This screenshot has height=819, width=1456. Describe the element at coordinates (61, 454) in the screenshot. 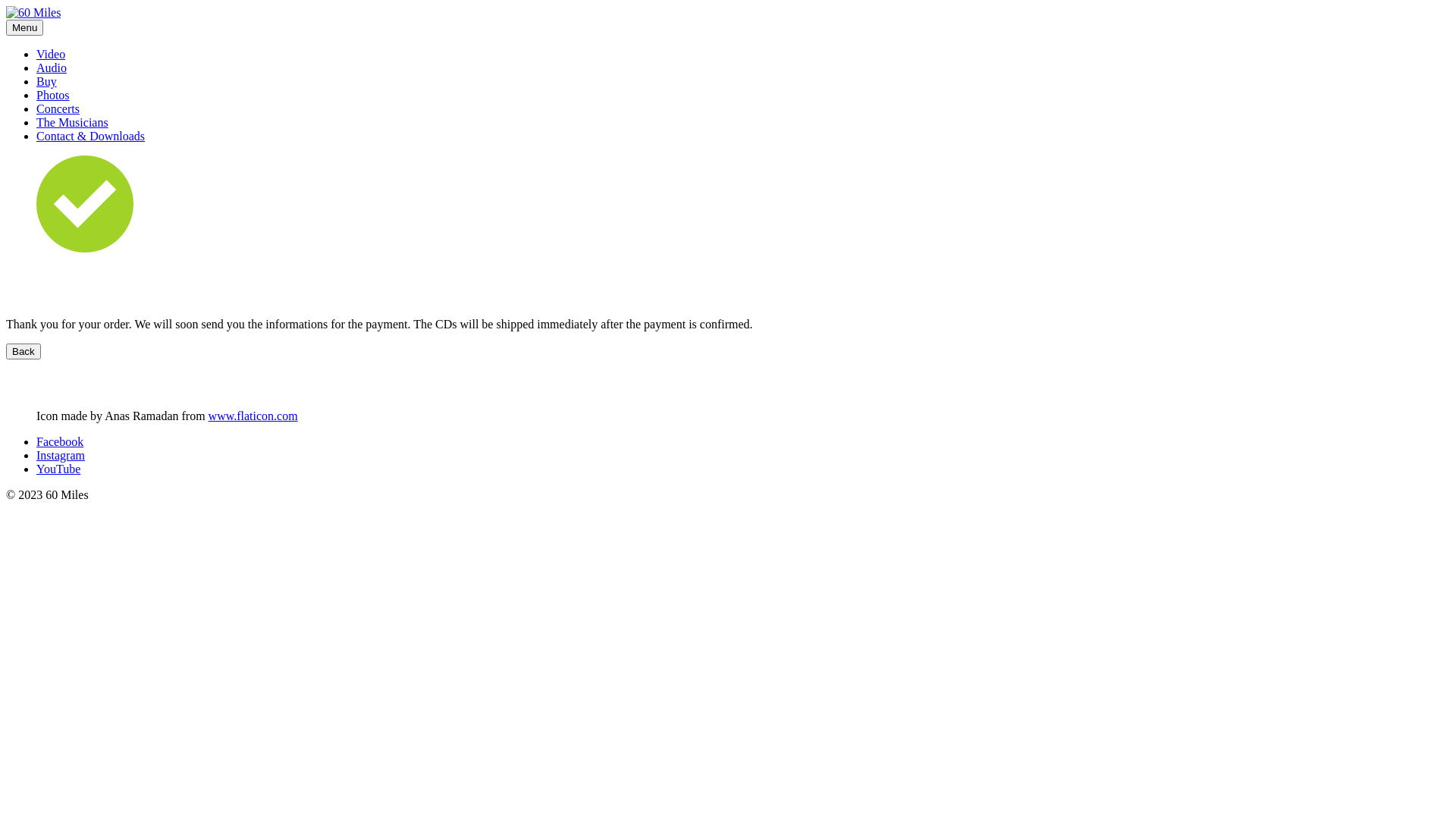

I see `'Instagram'` at that location.